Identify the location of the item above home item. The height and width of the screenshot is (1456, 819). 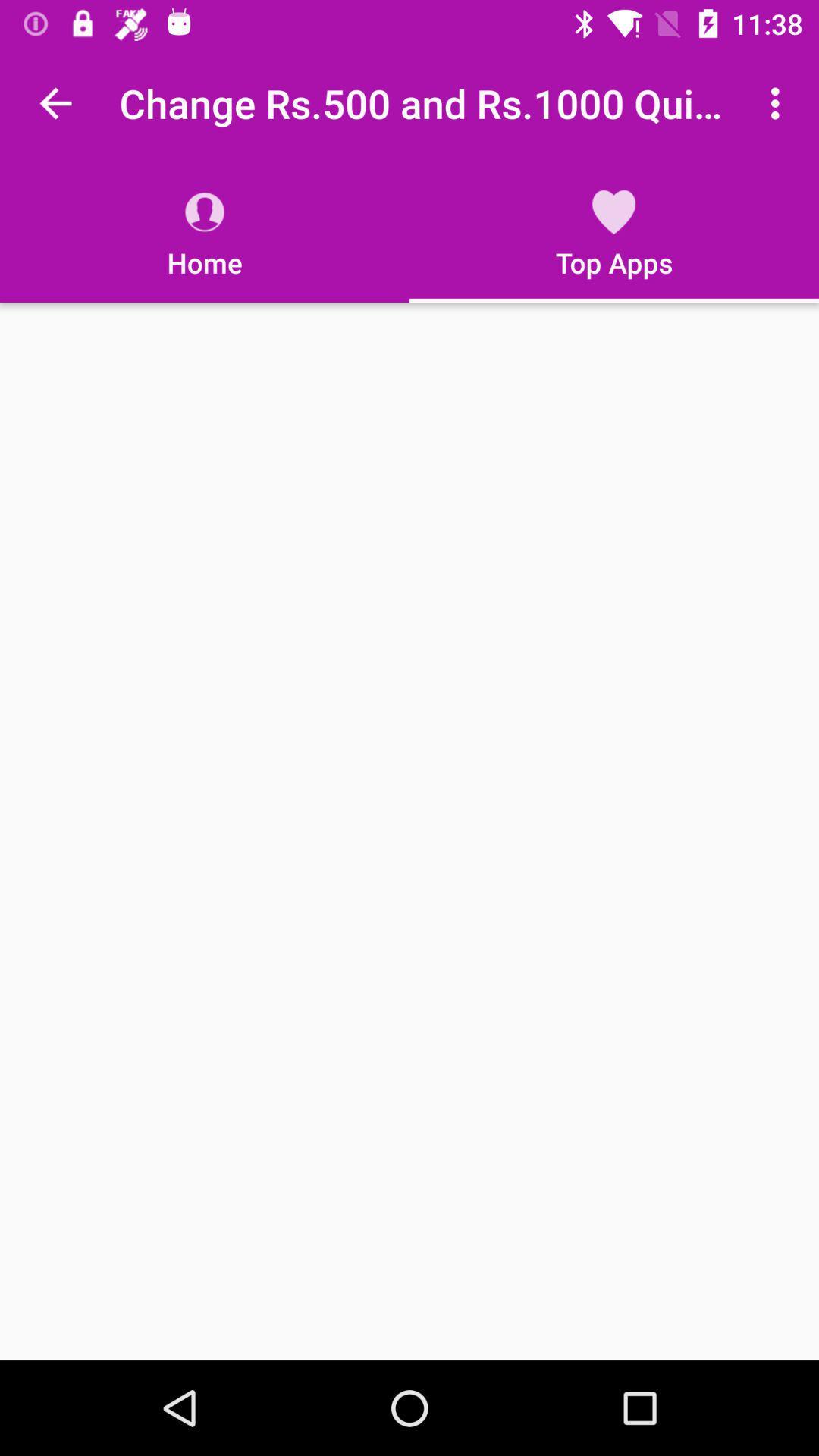
(55, 102).